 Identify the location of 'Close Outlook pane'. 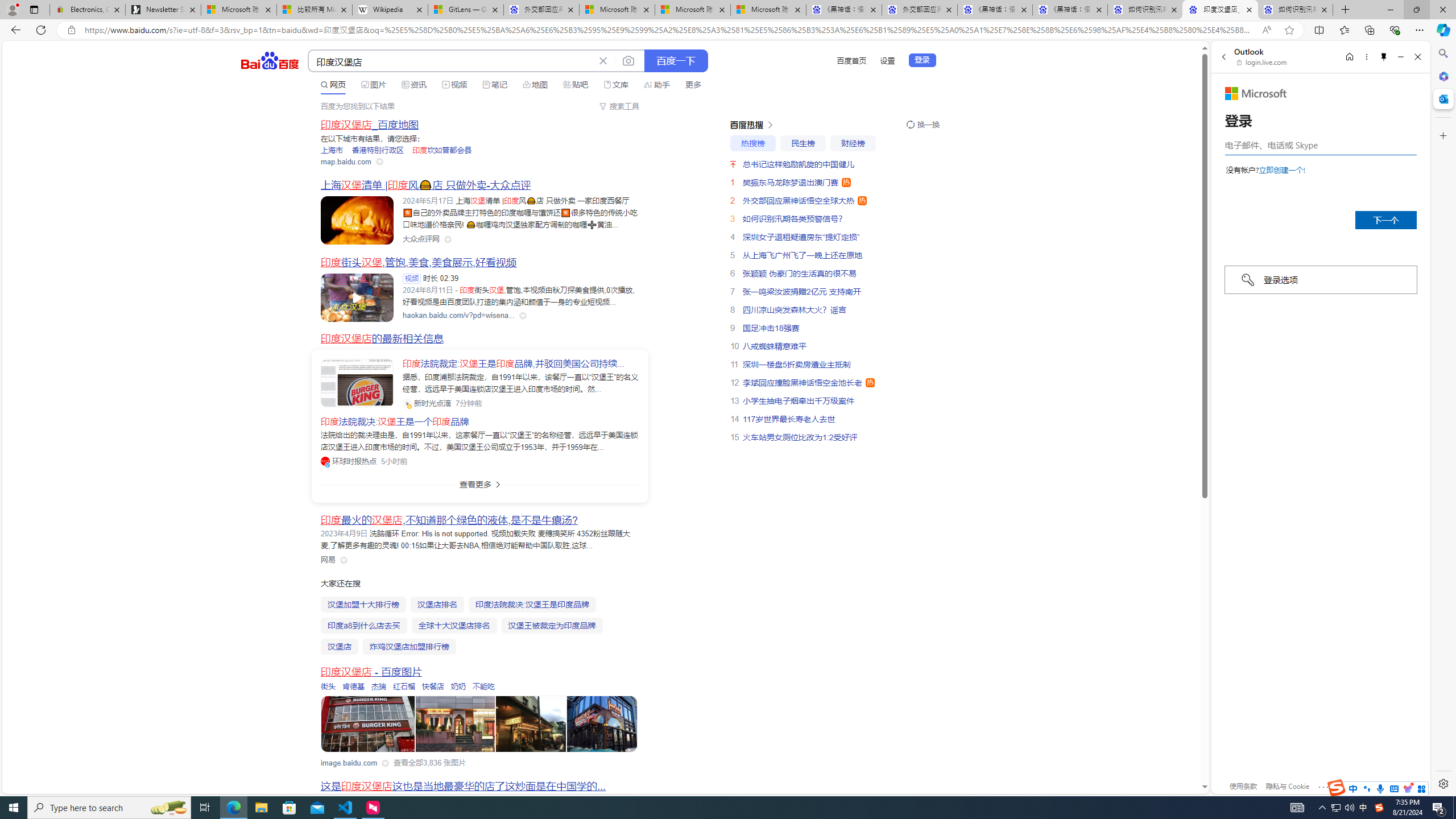
(1442, 98).